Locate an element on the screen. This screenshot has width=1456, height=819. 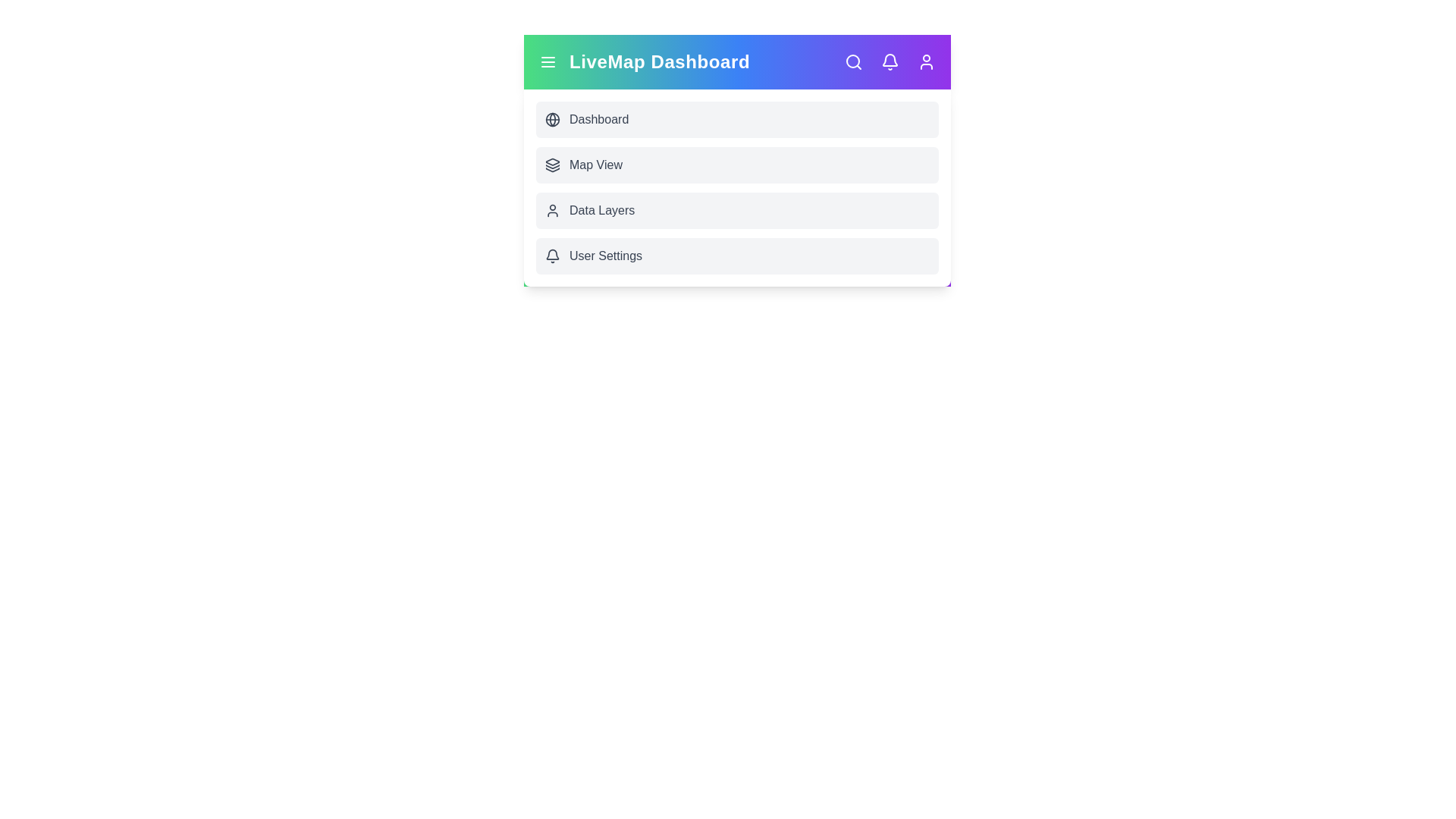
the menu option Map View to navigate is located at coordinates (737, 165).